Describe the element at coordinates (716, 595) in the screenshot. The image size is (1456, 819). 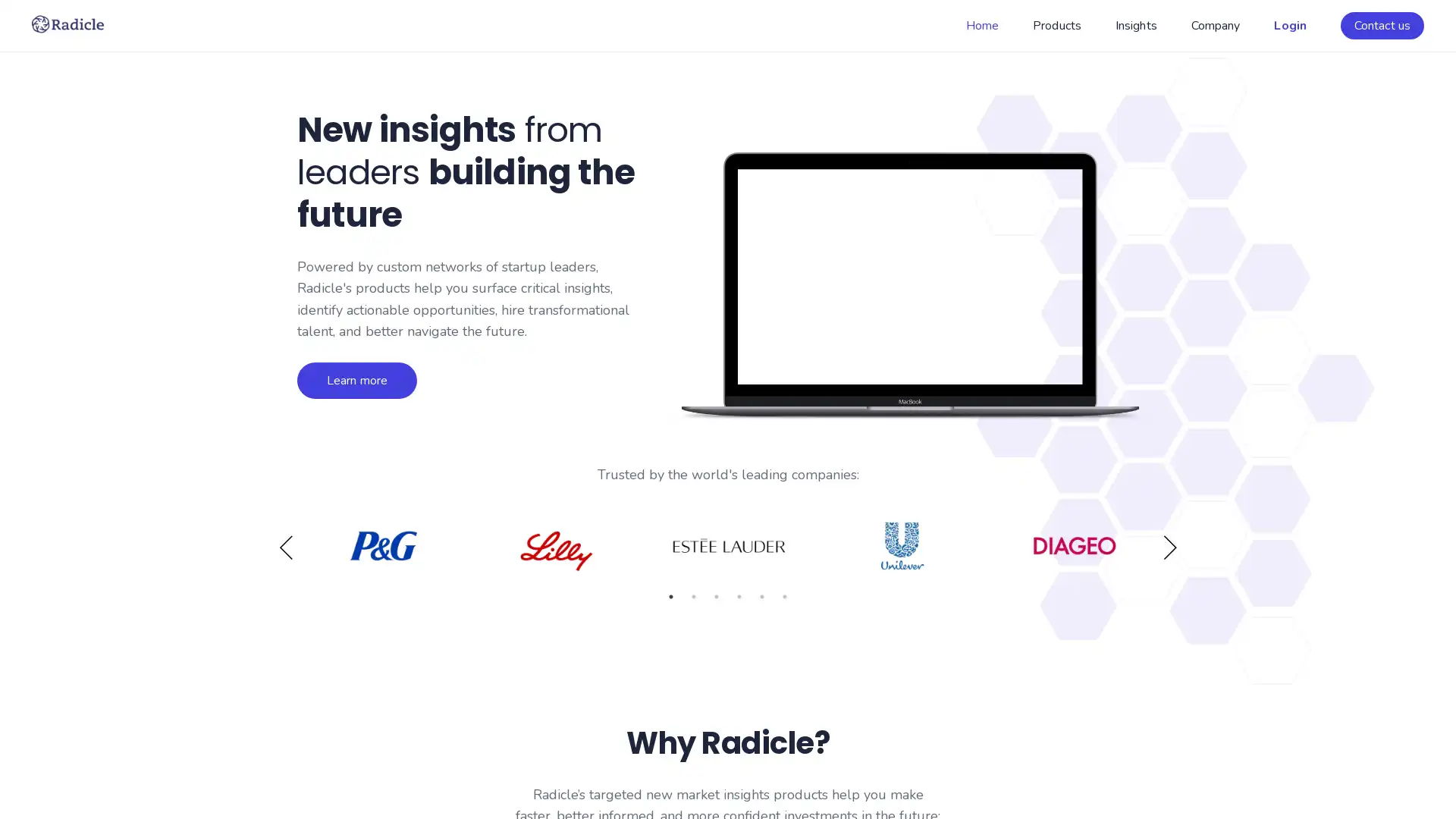
I see `3` at that location.